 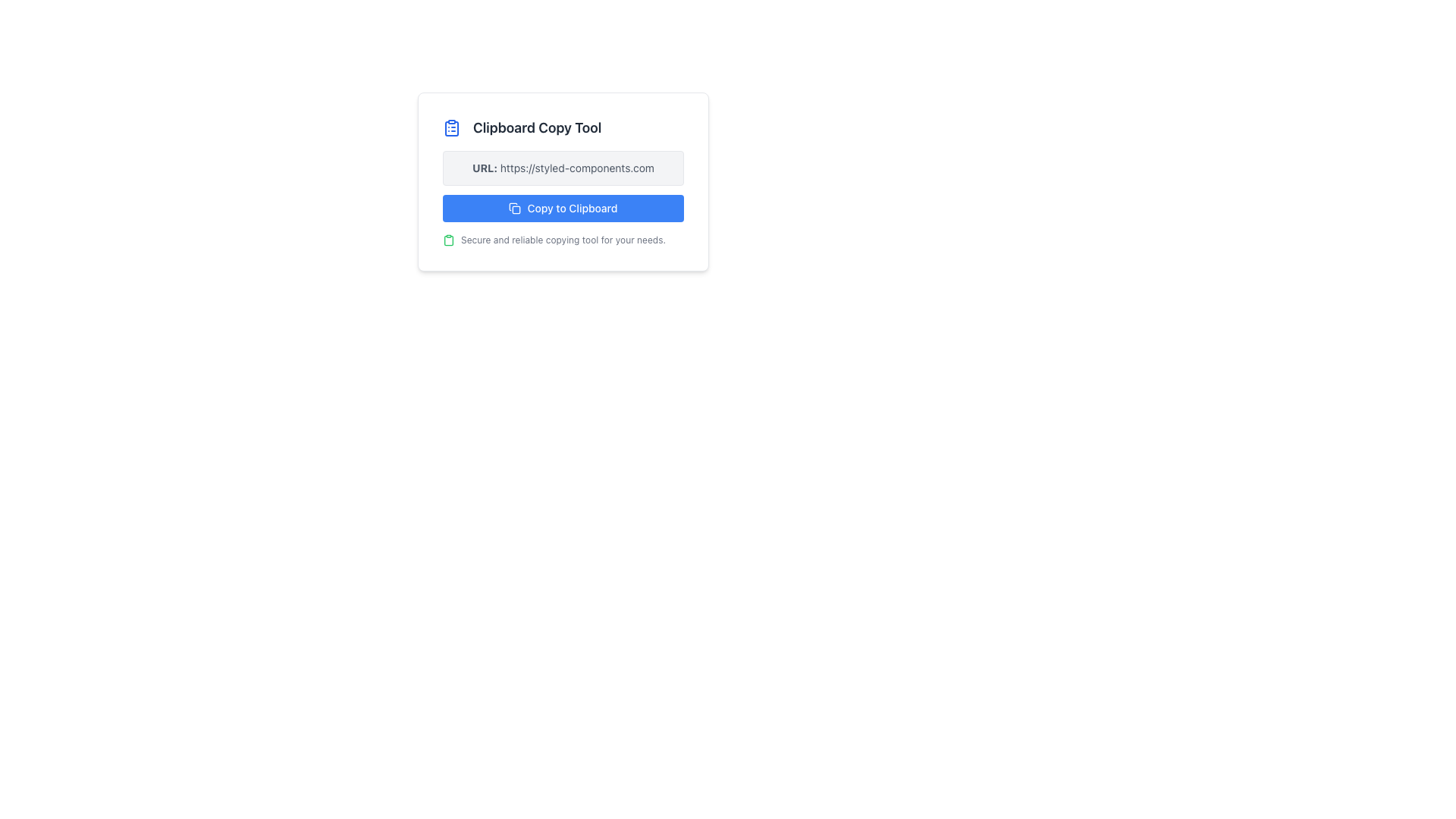 What do you see at coordinates (484, 168) in the screenshot?
I see `the static text label displaying 'URL:' which is bold and positioned to the left of the hyperlink within a gray background box` at bounding box center [484, 168].